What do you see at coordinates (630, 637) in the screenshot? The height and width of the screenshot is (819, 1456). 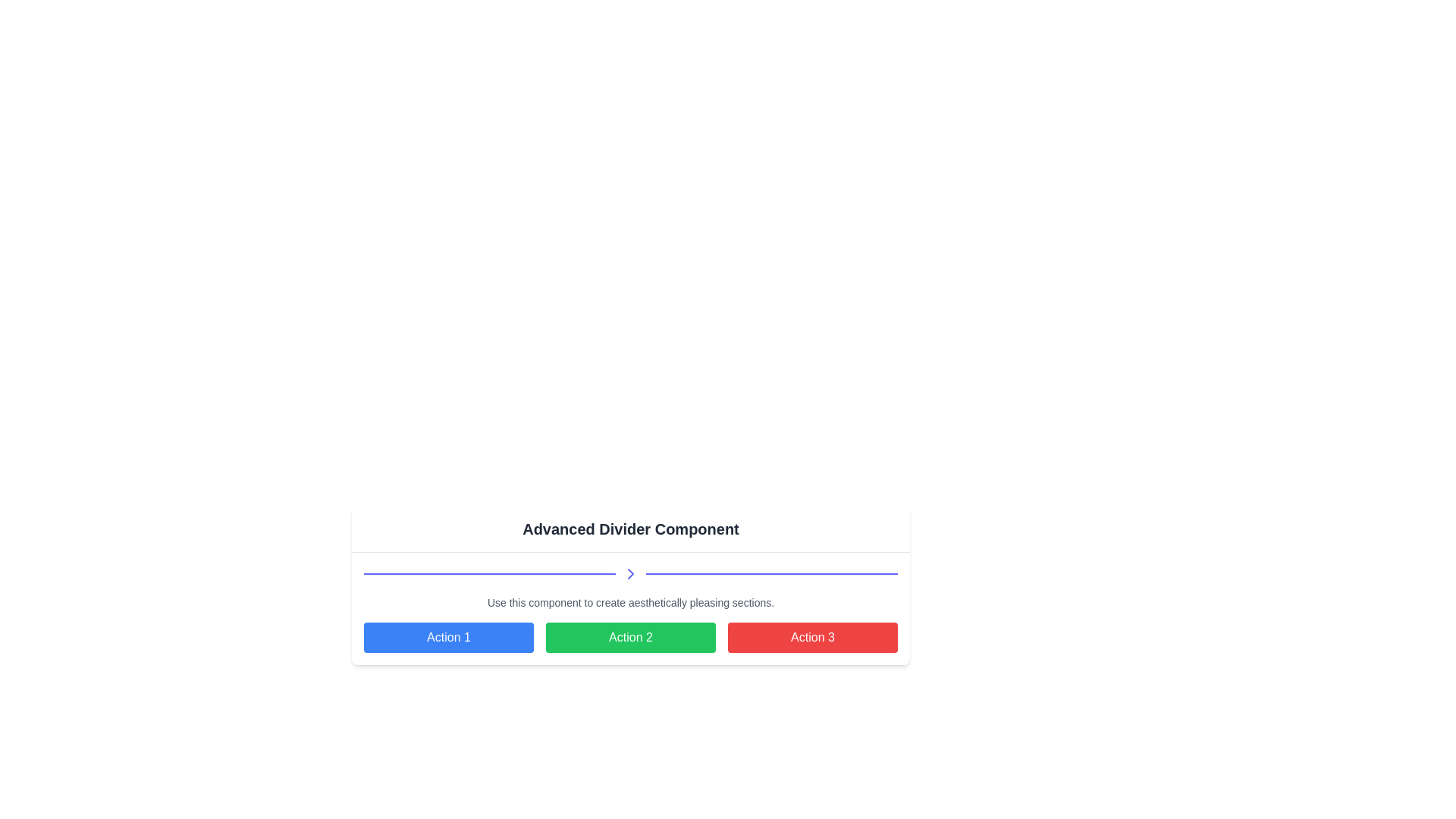 I see `the green button labeled 'Action 2'` at bounding box center [630, 637].